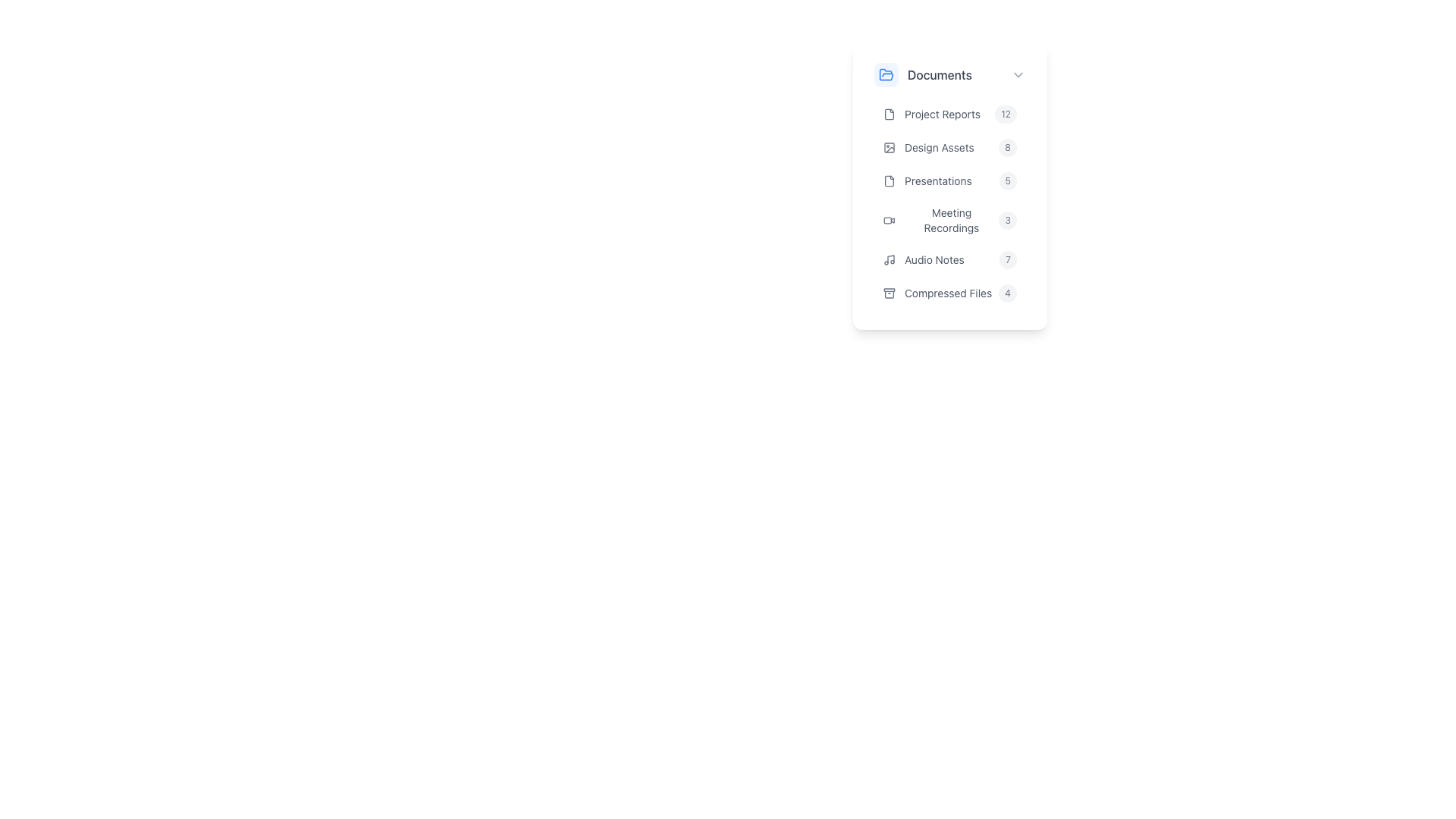 Image resolution: width=1456 pixels, height=819 pixels. Describe the element at coordinates (947, 293) in the screenshot. I see `the label that describes the sixth entry under the 'Documents' heading, positioned to the right of the archive icon` at that location.